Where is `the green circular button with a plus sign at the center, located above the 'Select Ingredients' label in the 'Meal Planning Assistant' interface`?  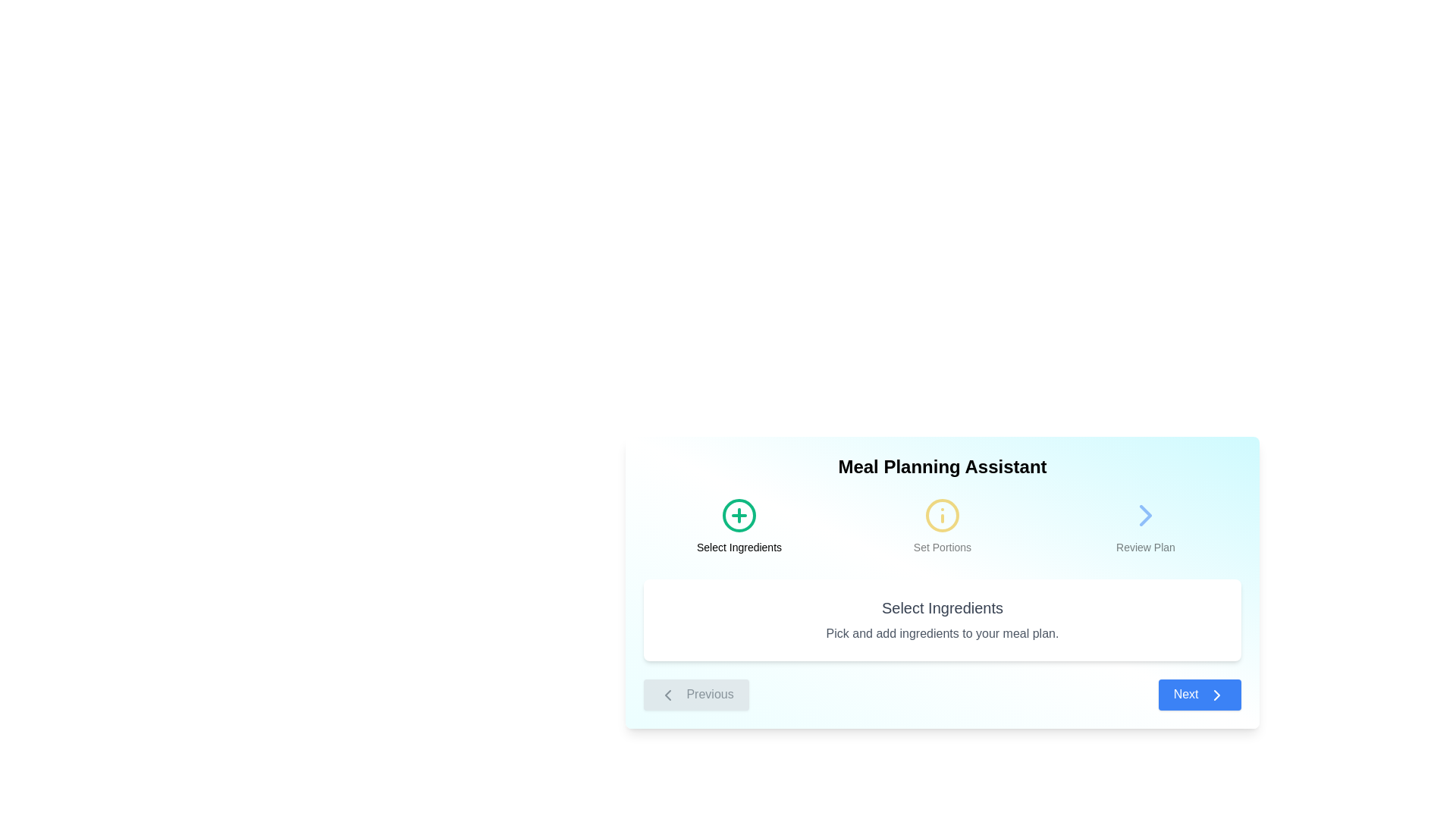 the green circular button with a plus sign at the center, located above the 'Select Ingredients' label in the 'Meal Planning Assistant' interface is located at coordinates (739, 514).